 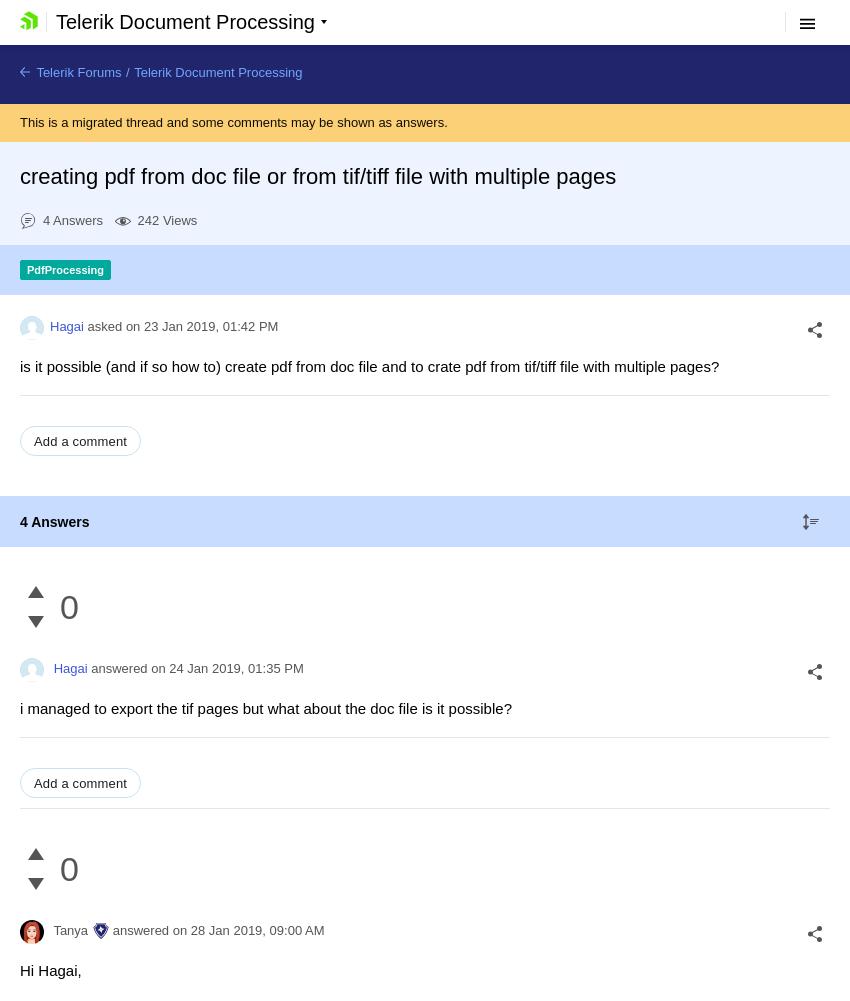 What do you see at coordinates (295, 930) in the screenshot?
I see `'09:00 AM'` at bounding box center [295, 930].